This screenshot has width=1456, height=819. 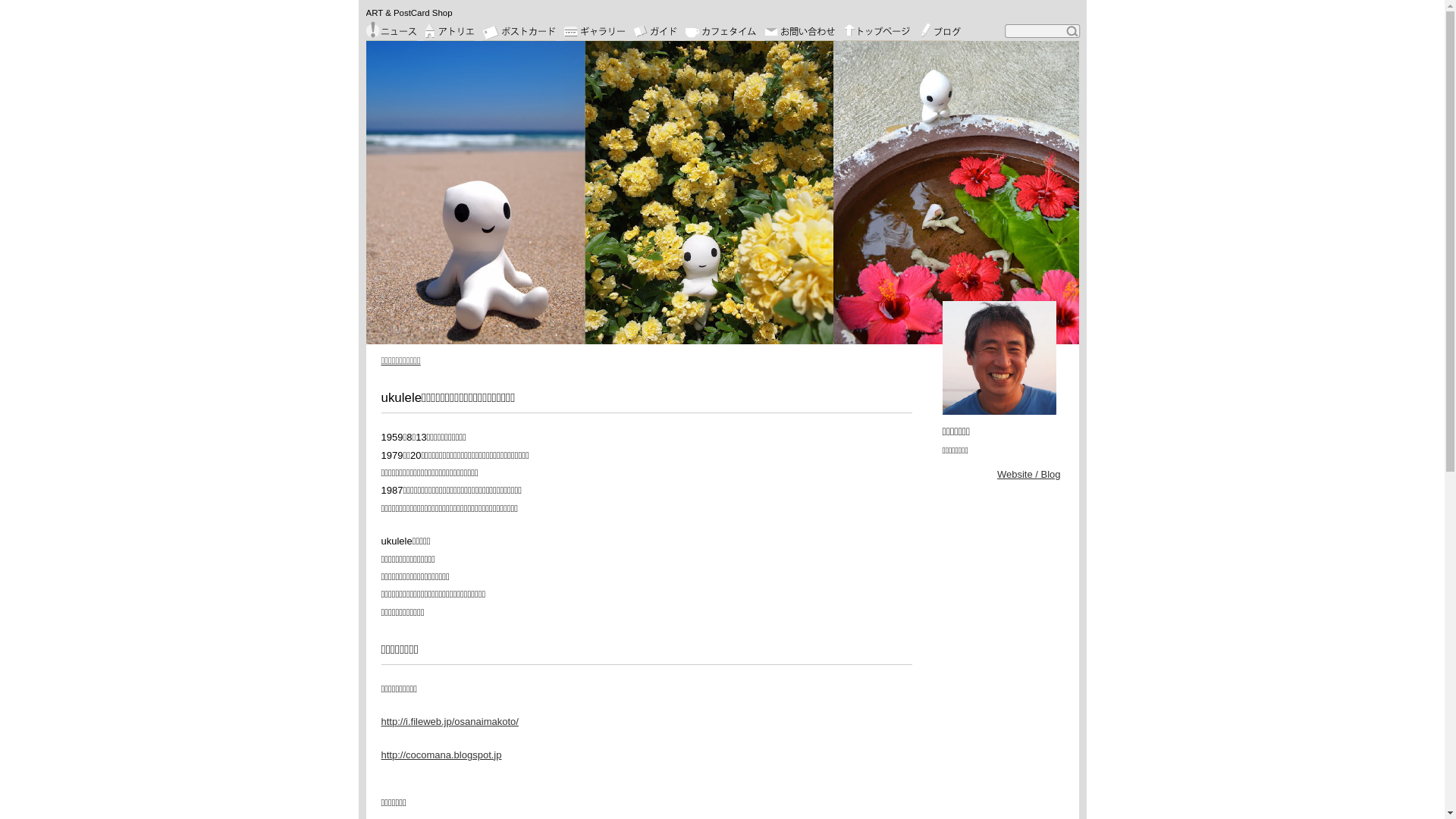 What do you see at coordinates (448, 720) in the screenshot?
I see `'http://i.fileweb.jp/osanaimakoto/'` at bounding box center [448, 720].